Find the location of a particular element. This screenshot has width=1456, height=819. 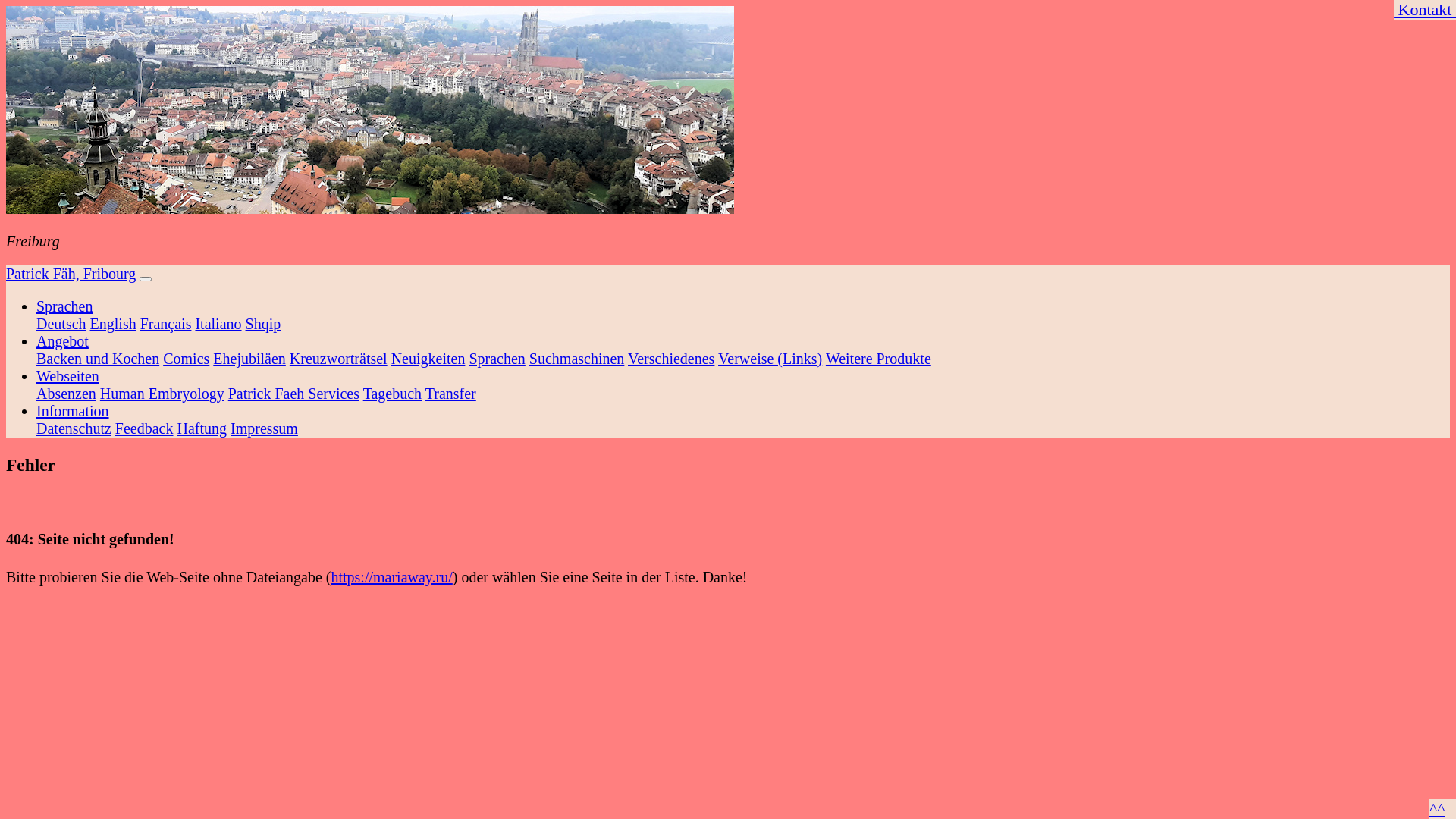

'Haftung' is located at coordinates (202, 428).